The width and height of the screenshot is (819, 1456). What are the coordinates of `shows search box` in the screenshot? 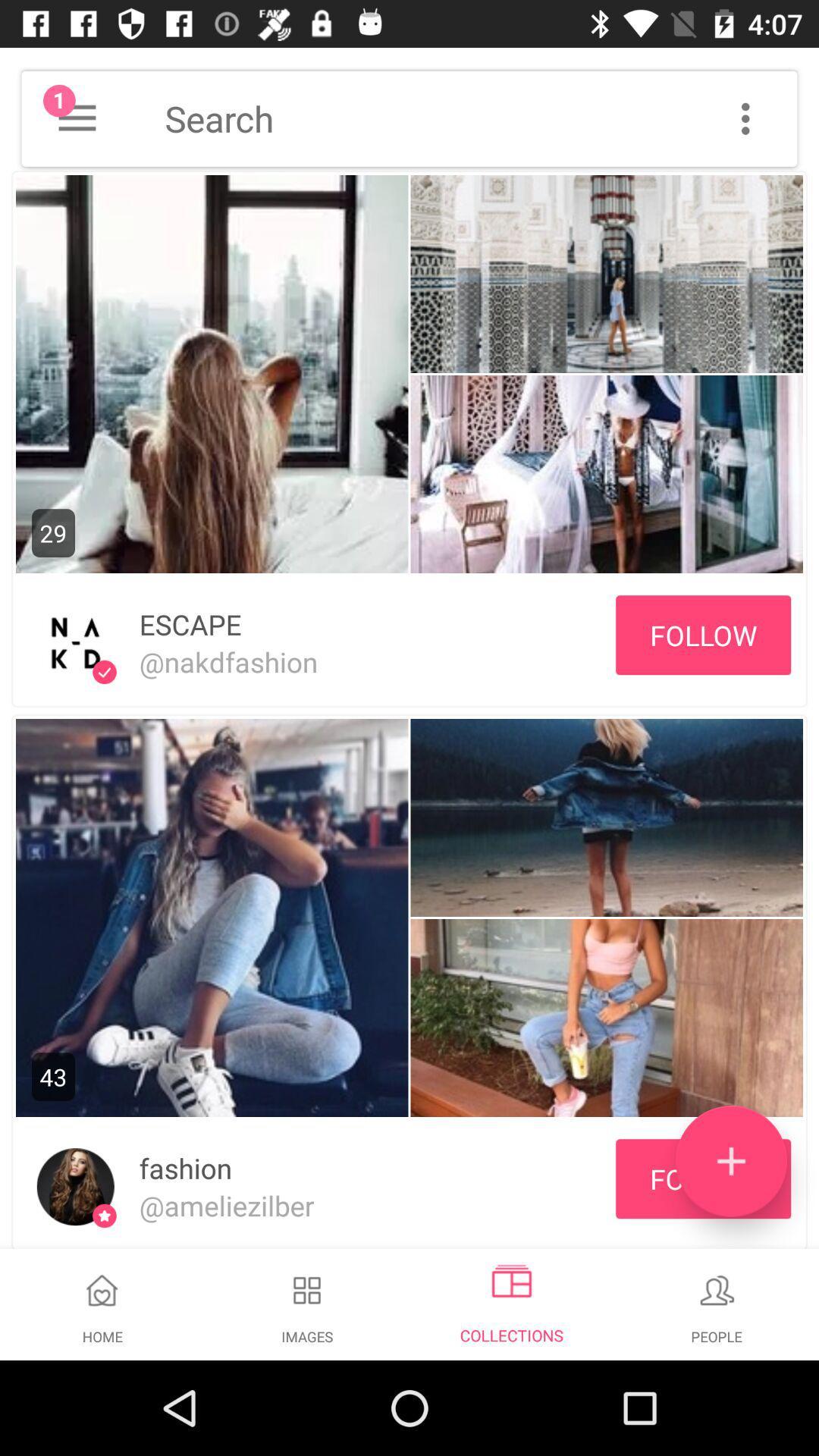 It's located at (481, 118).